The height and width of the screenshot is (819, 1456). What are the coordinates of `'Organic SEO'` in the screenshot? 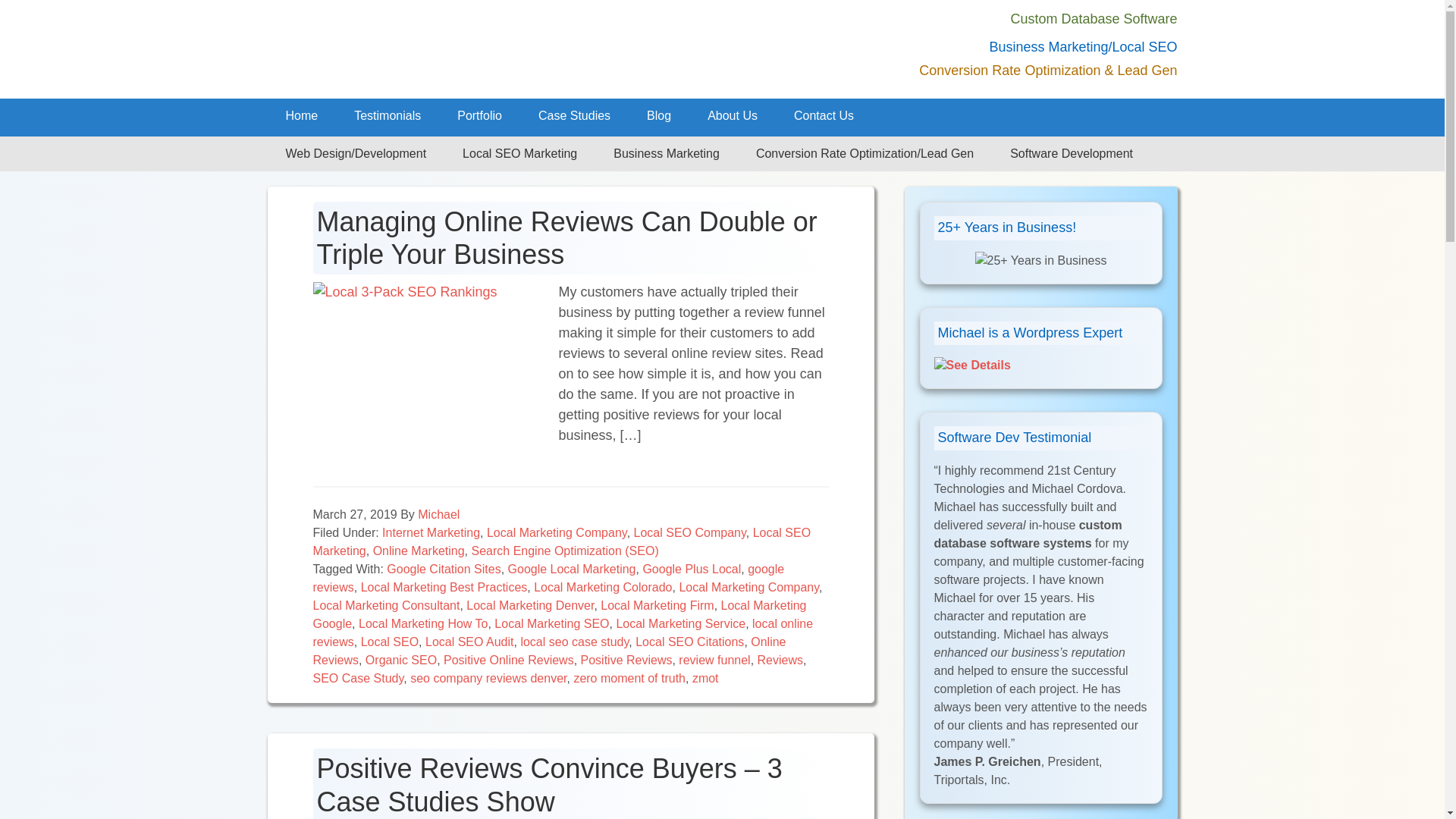 It's located at (400, 659).